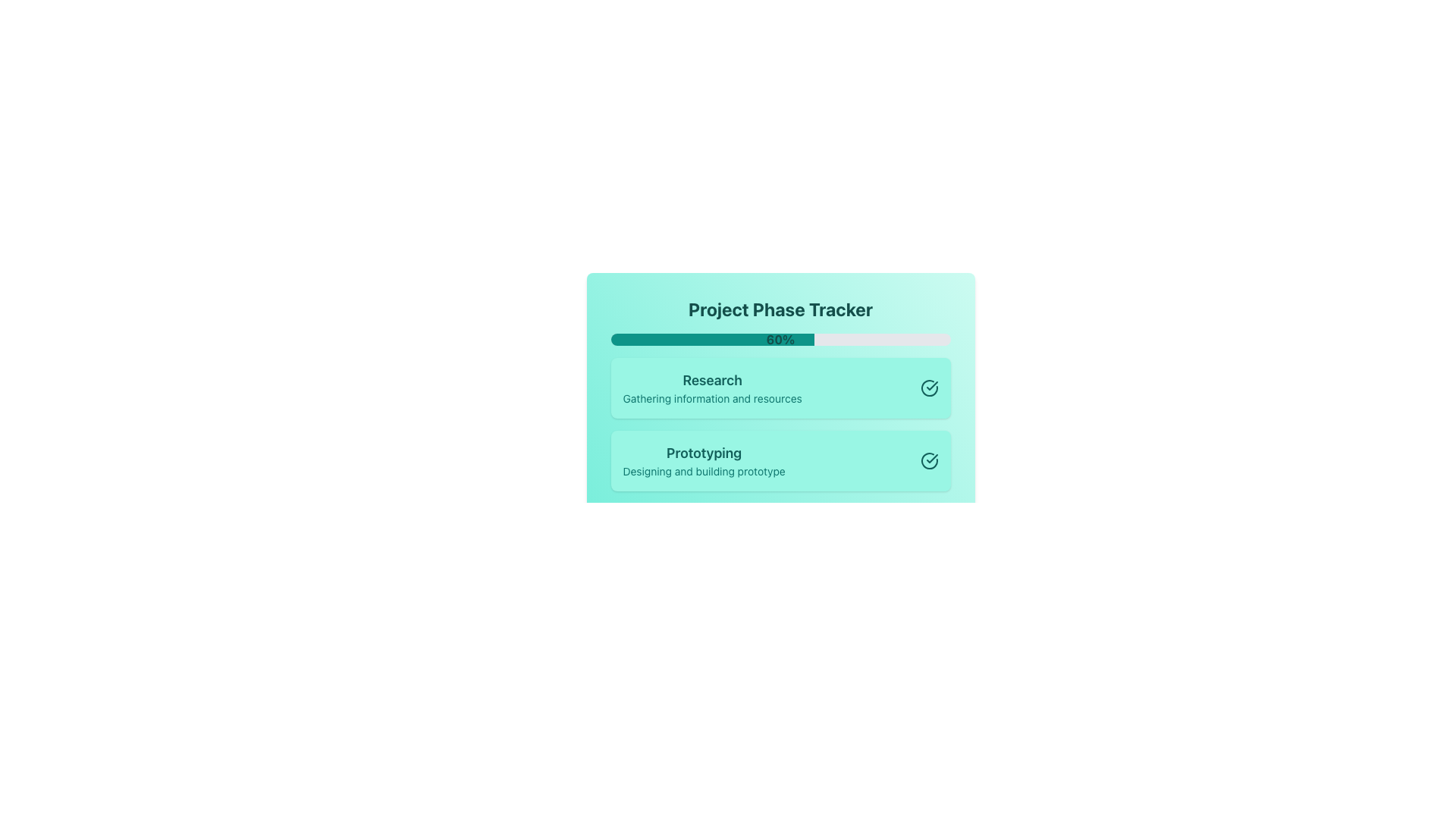 The image size is (1456, 819). Describe the element at coordinates (711, 388) in the screenshot. I see `the informational text block that summarizes the 'Research' phase within the multiphase project tracker, which is located inside a light teal card beneath the progress bar and above the 'Prototyping' card` at that location.